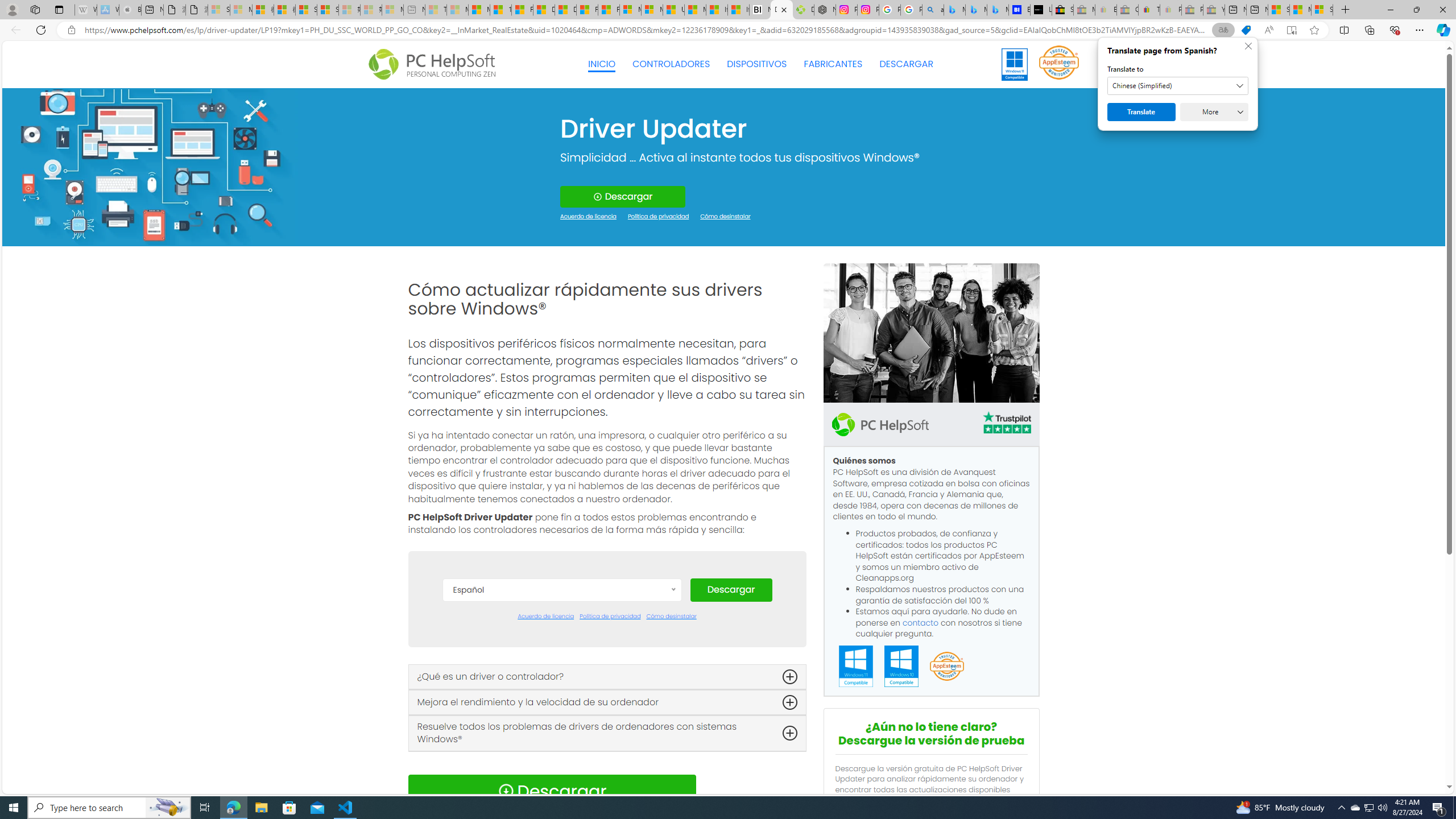 The image size is (1456, 819). I want to click on 'Descarga Driver Updater', so click(802, 9).